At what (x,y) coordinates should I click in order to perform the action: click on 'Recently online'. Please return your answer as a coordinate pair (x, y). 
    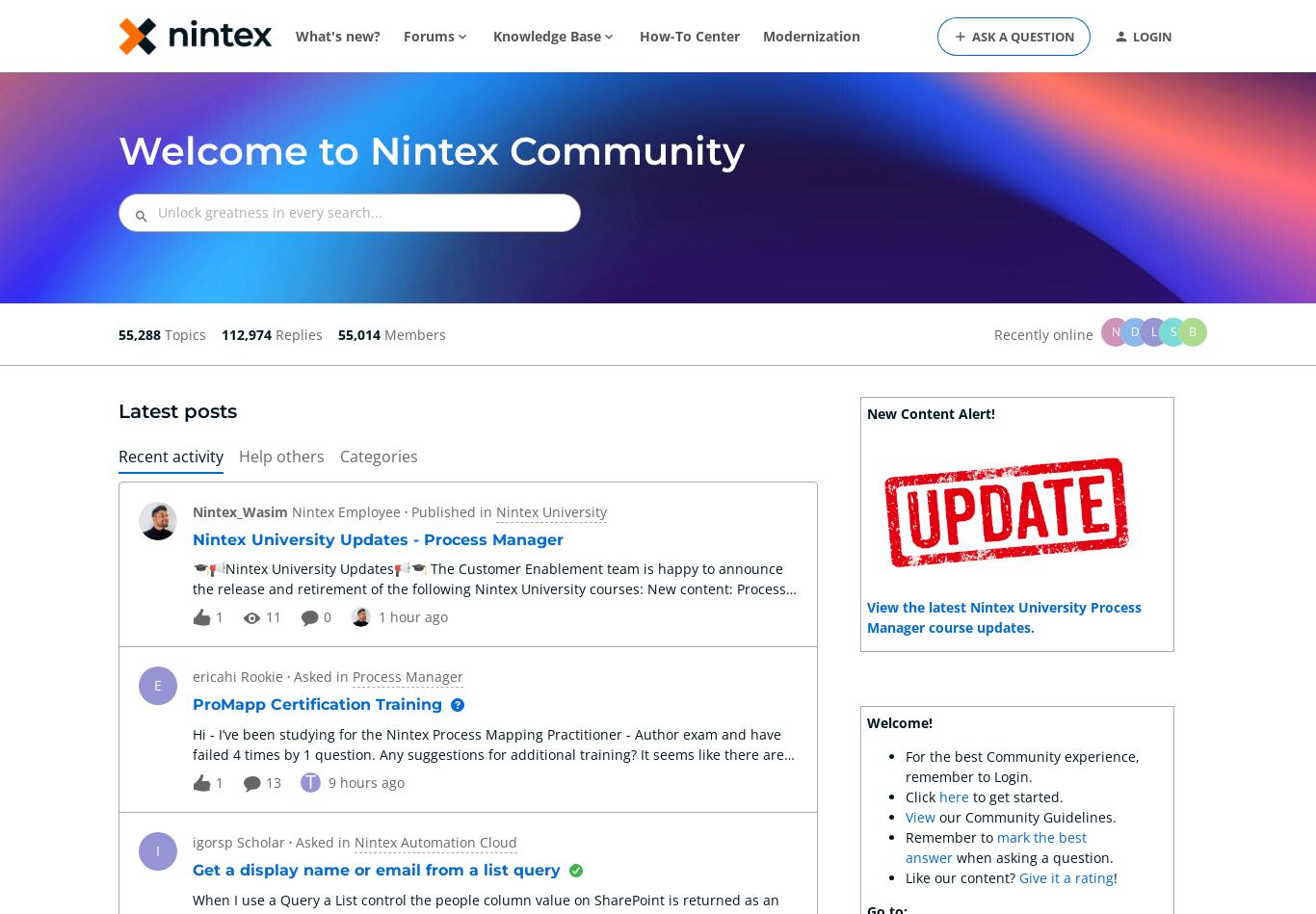
    Looking at the image, I should click on (993, 333).